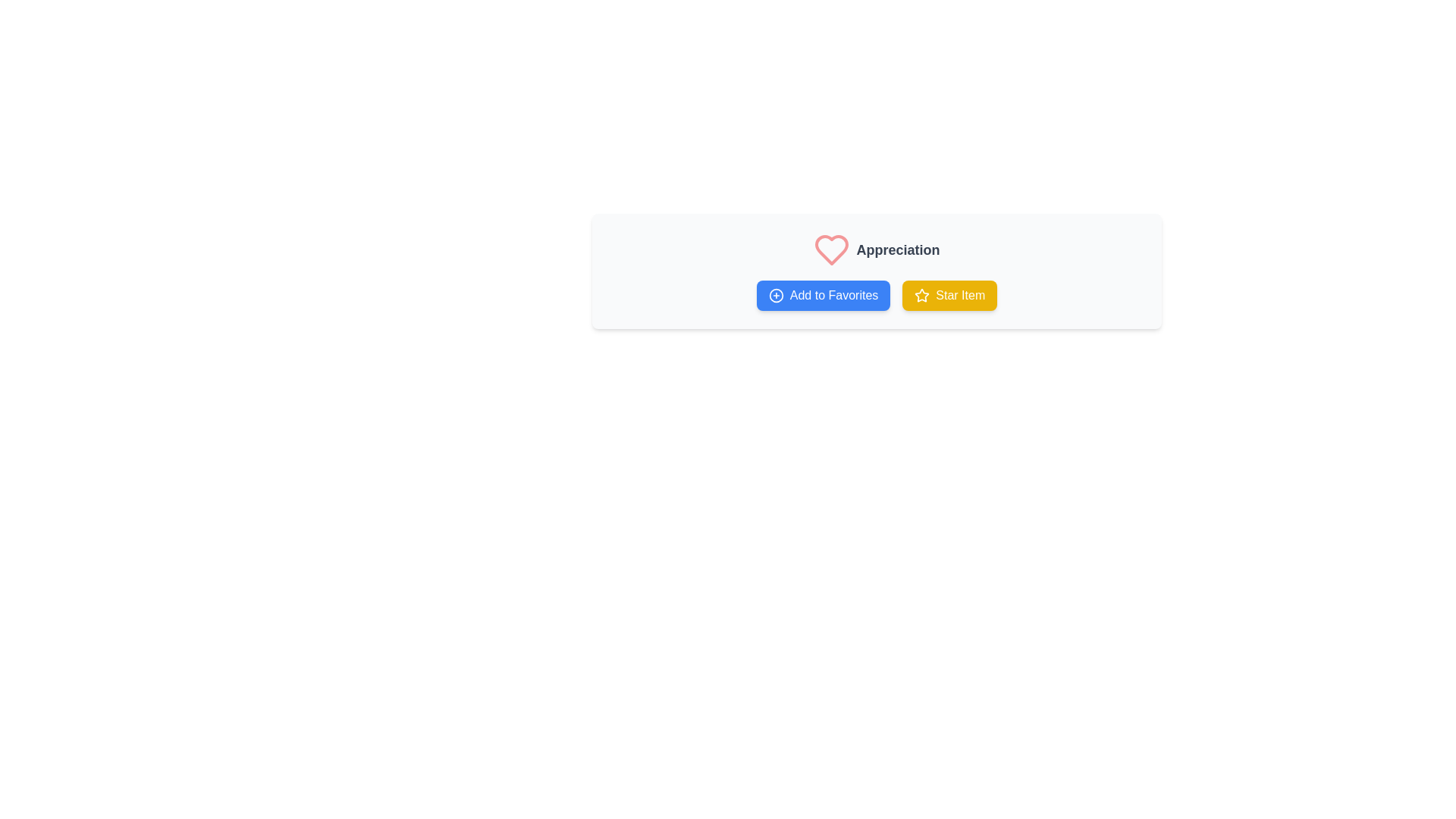  What do you see at coordinates (959, 295) in the screenshot?
I see `text of the 'Star Item' feature button, which is positioned to the right of the blue 'Add to Favorites' button and adjacent to a star icon` at bounding box center [959, 295].